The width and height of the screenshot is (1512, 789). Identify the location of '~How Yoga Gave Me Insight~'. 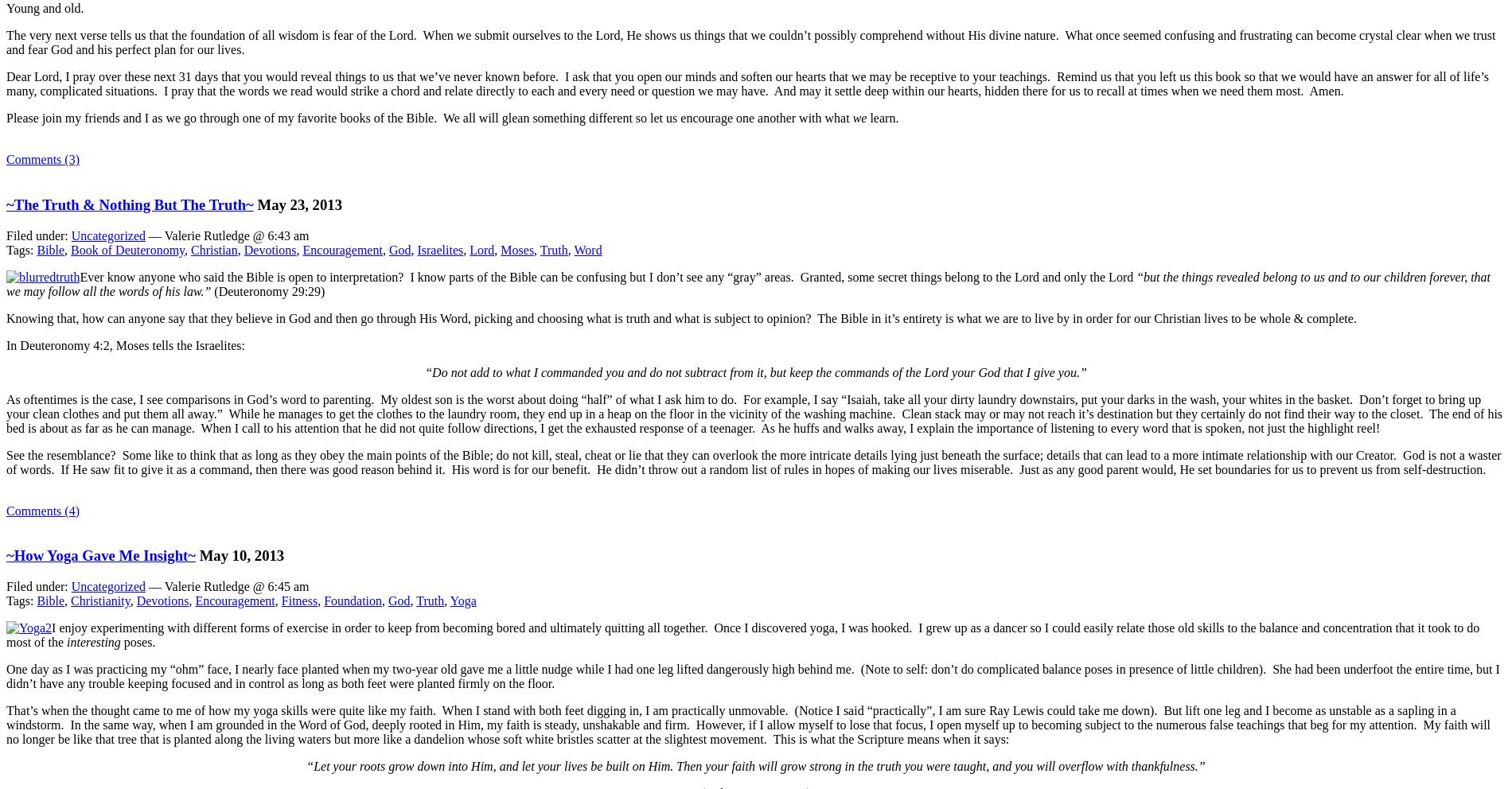
(100, 554).